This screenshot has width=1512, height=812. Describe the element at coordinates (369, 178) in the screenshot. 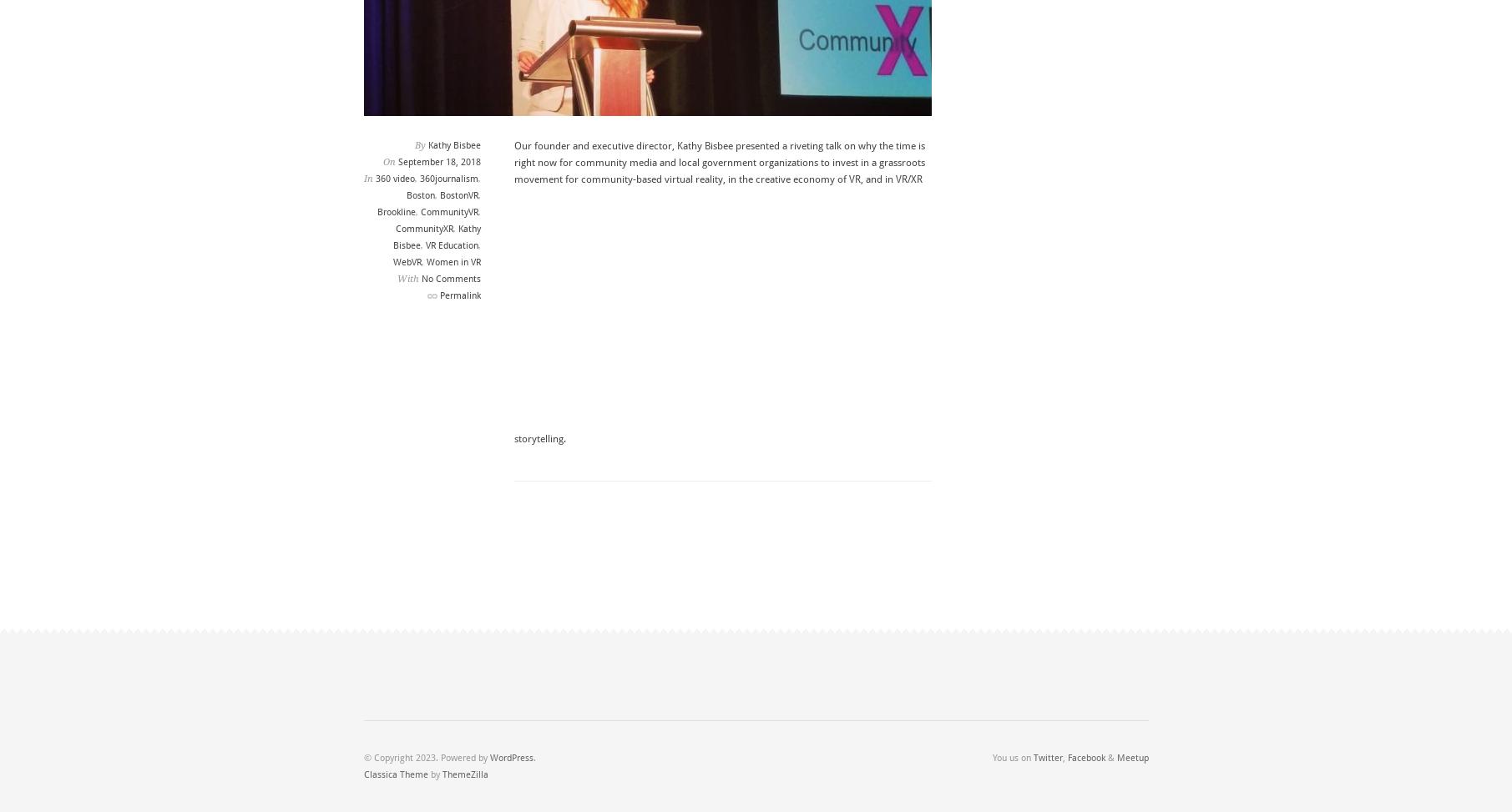

I see `'In'` at that location.